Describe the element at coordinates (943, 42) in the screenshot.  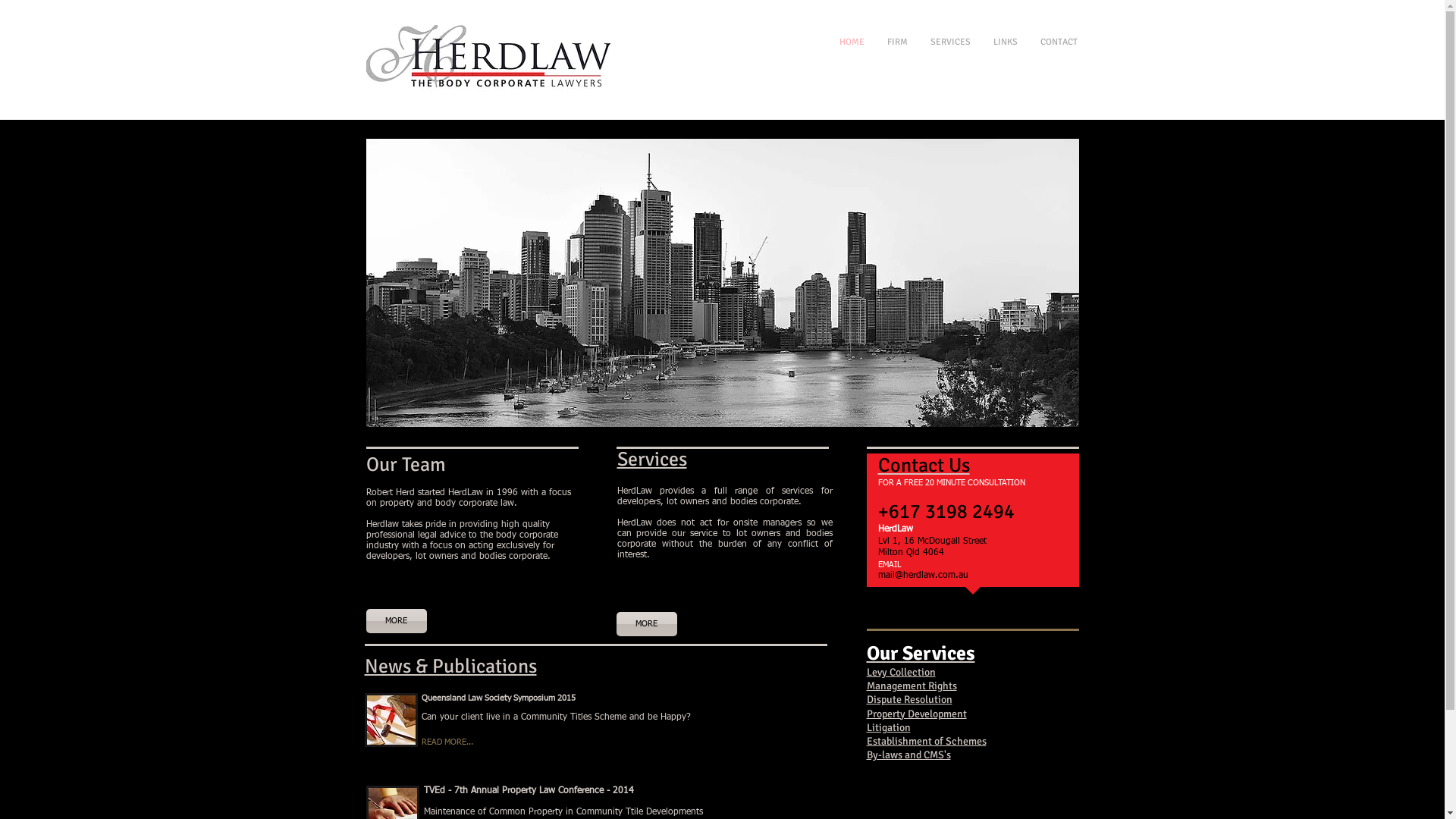
I see `'FIRM'` at that location.